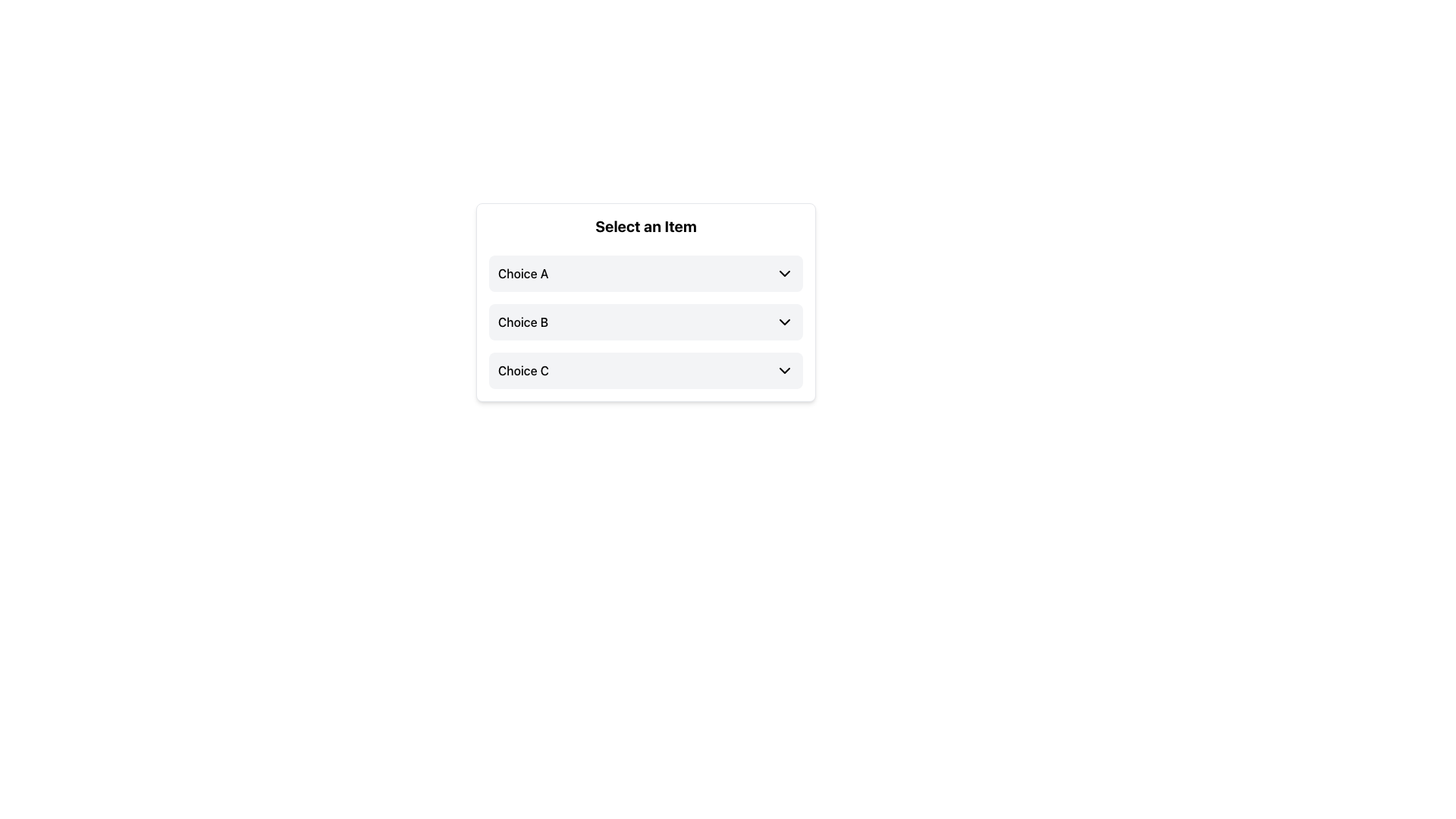  Describe the element at coordinates (645, 321) in the screenshot. I see `the second dropdown list item labeled 'Choice B'` at that location.